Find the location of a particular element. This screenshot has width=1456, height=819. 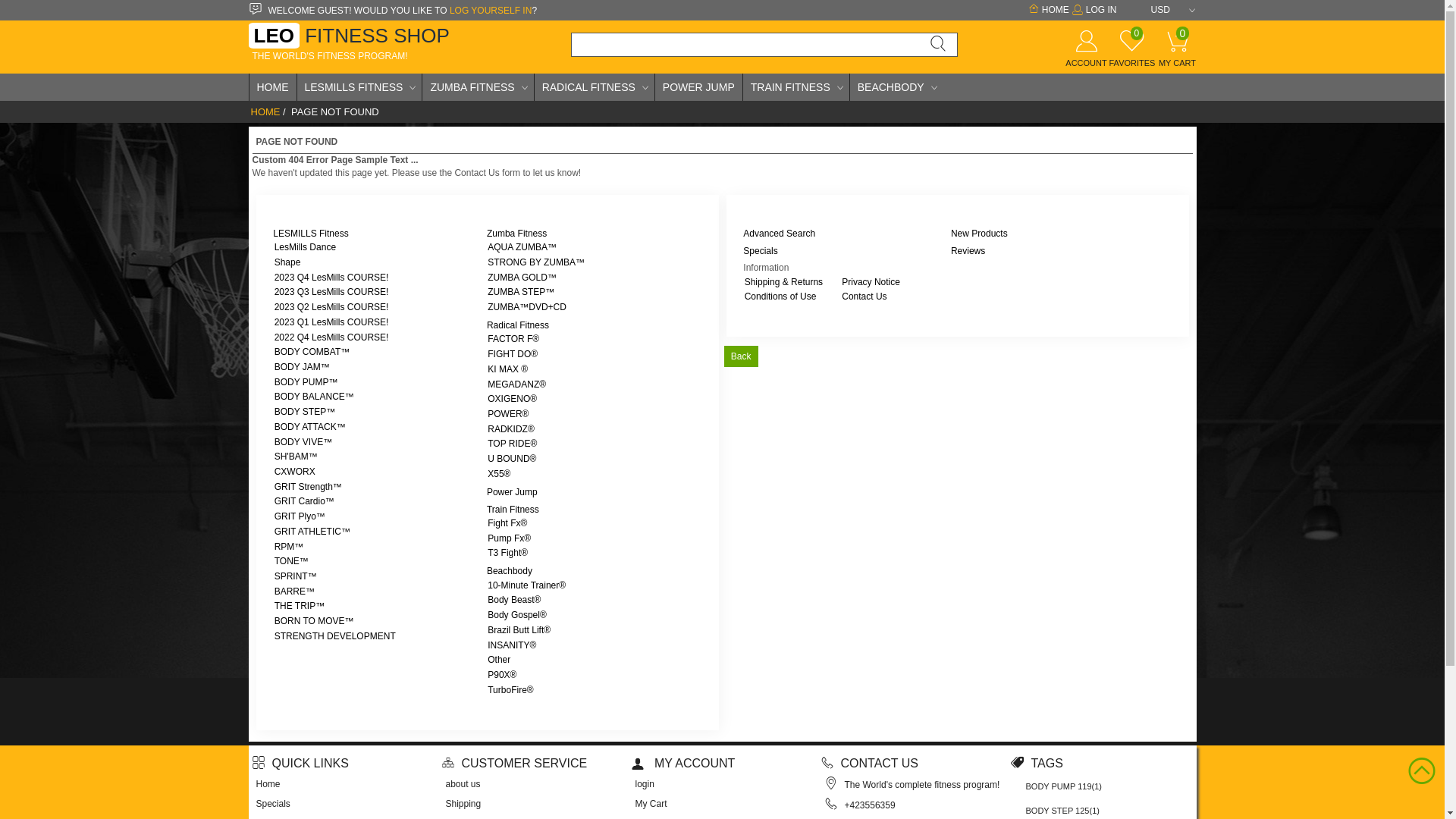

'LOG YOURSELF IN' is located at coordinates (491, 11).